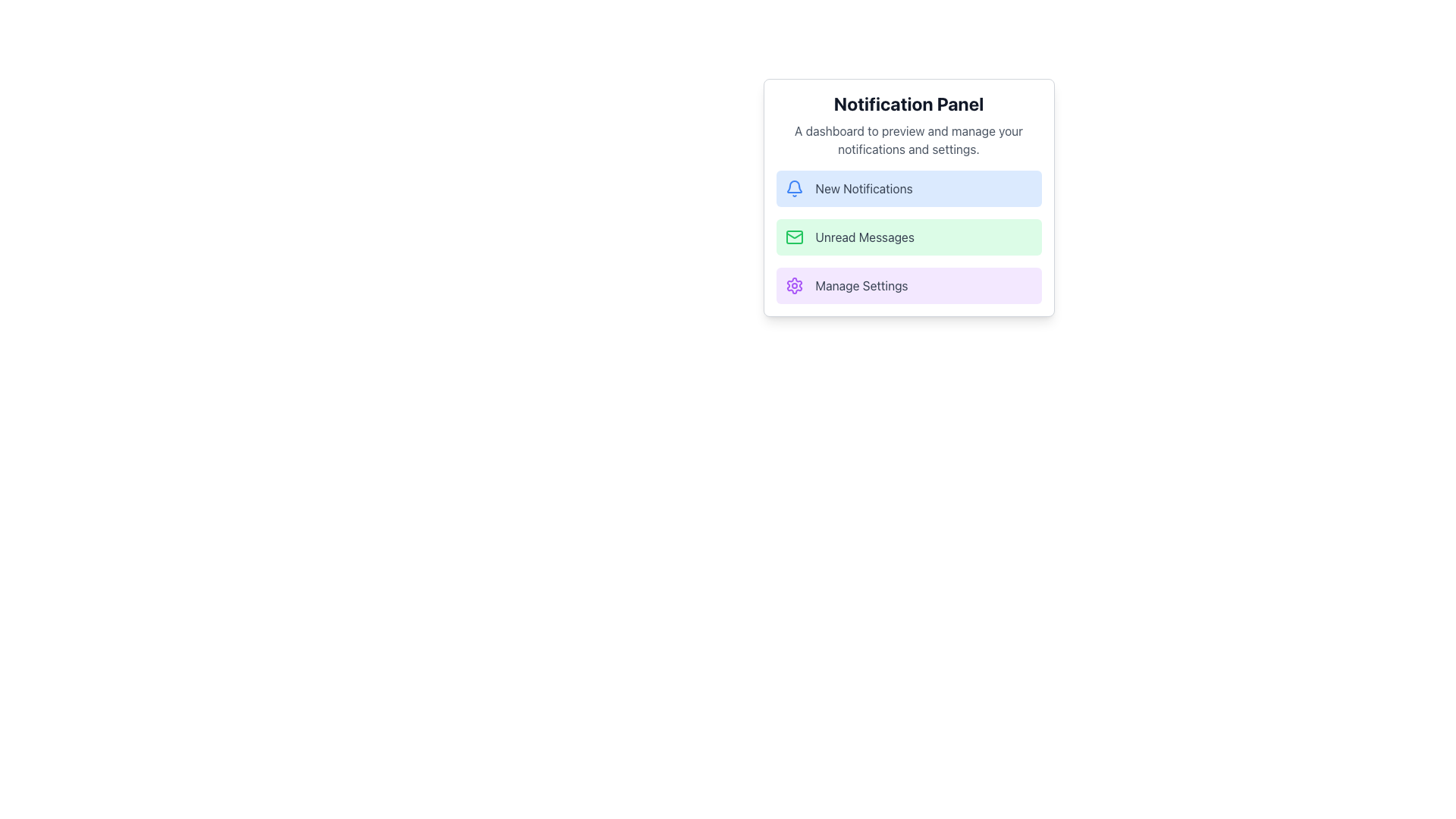 This screenshot has width=1456, height=819. What do you see at coordinates (908, 237) in the screenshot?
I see `the grid layout containing rows with text and icons representing 'New Notifications', 'Unread Messages', and 'Manage Settings' within the 'Notification Panel'` at bounding box center [908, 237].